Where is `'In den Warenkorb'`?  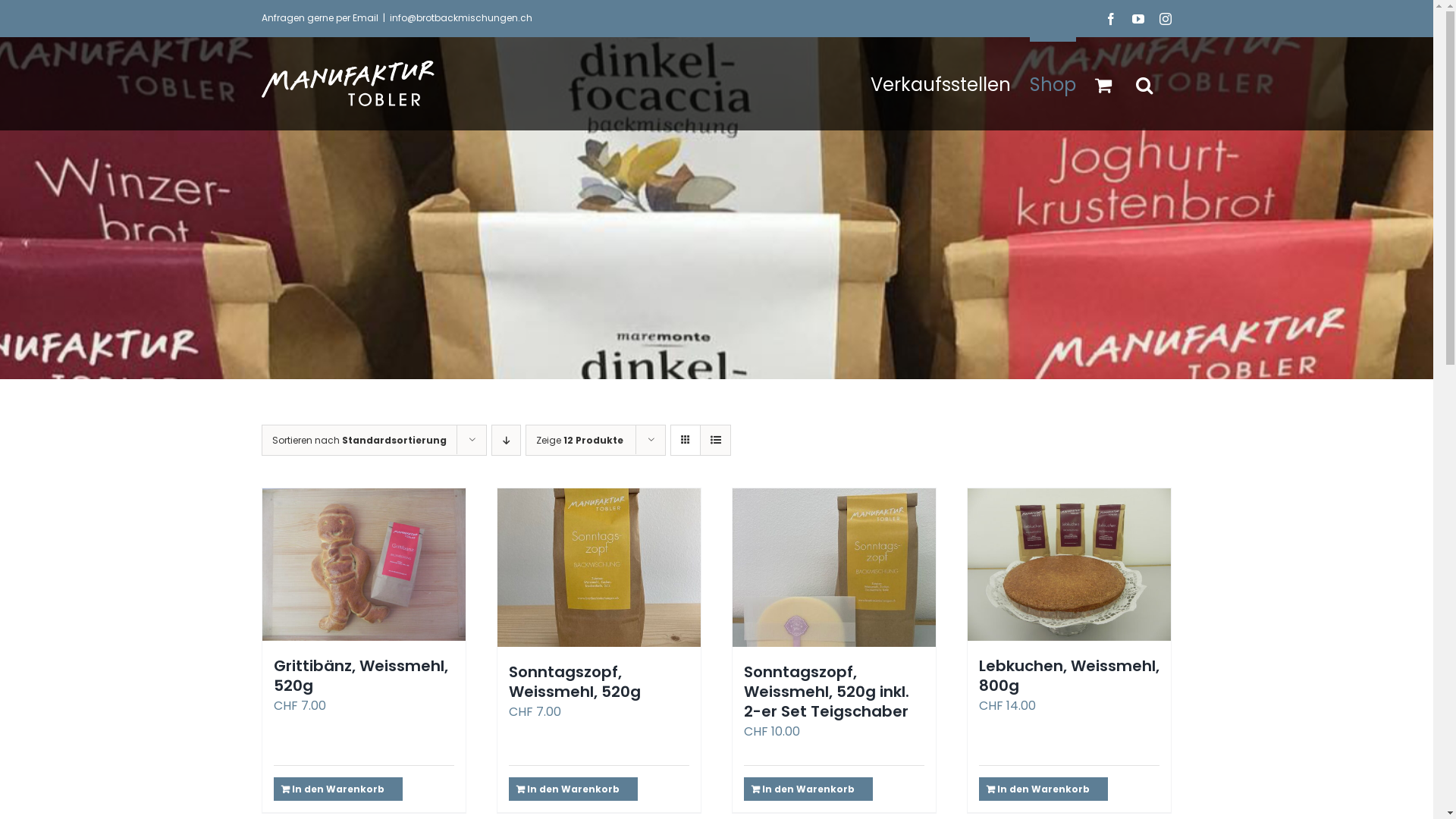
'In den Warenkorb' is located at coordinates (1043, 788).